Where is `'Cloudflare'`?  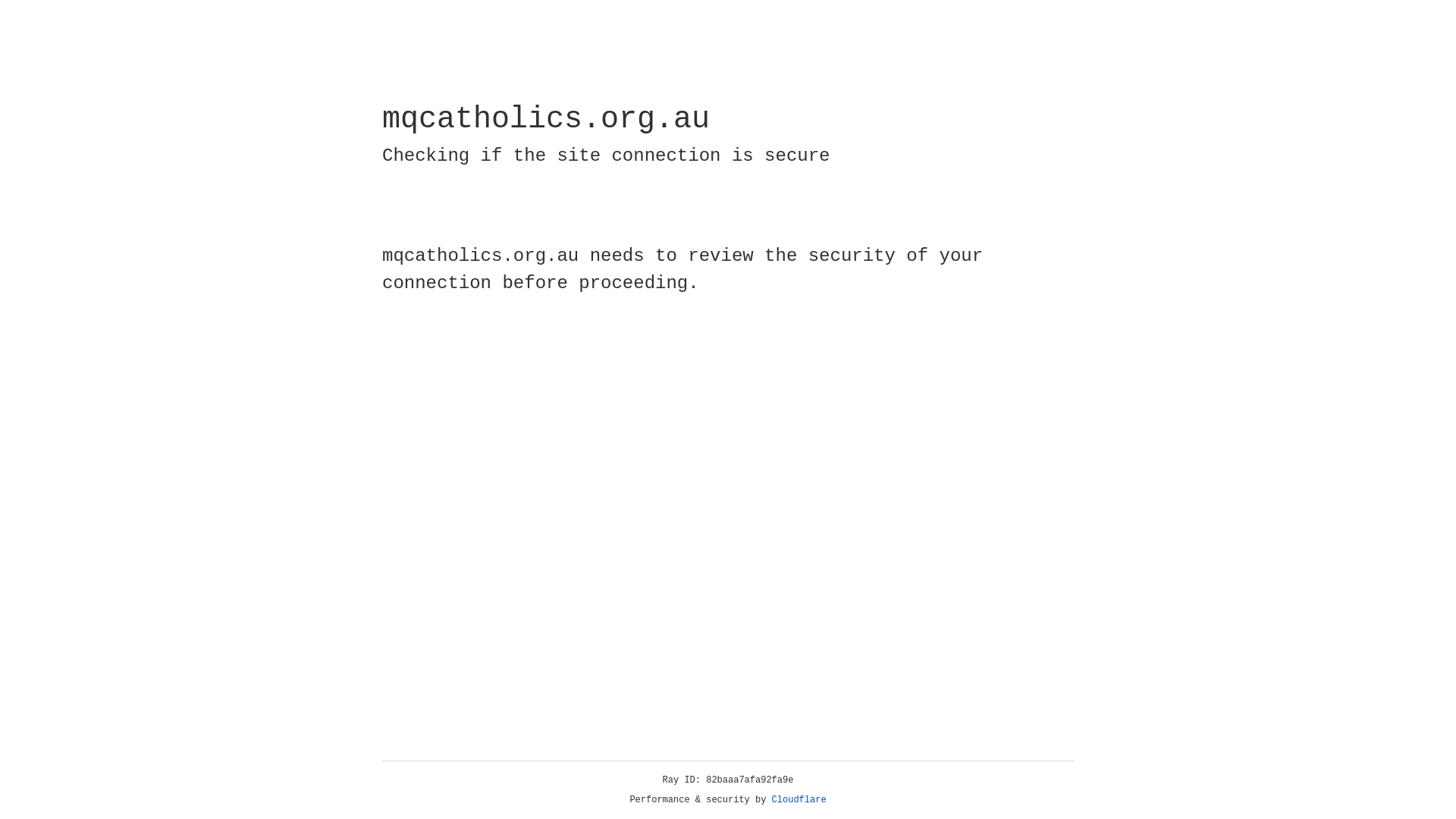 'Cloudflare' is located at coordinates (799, 799).